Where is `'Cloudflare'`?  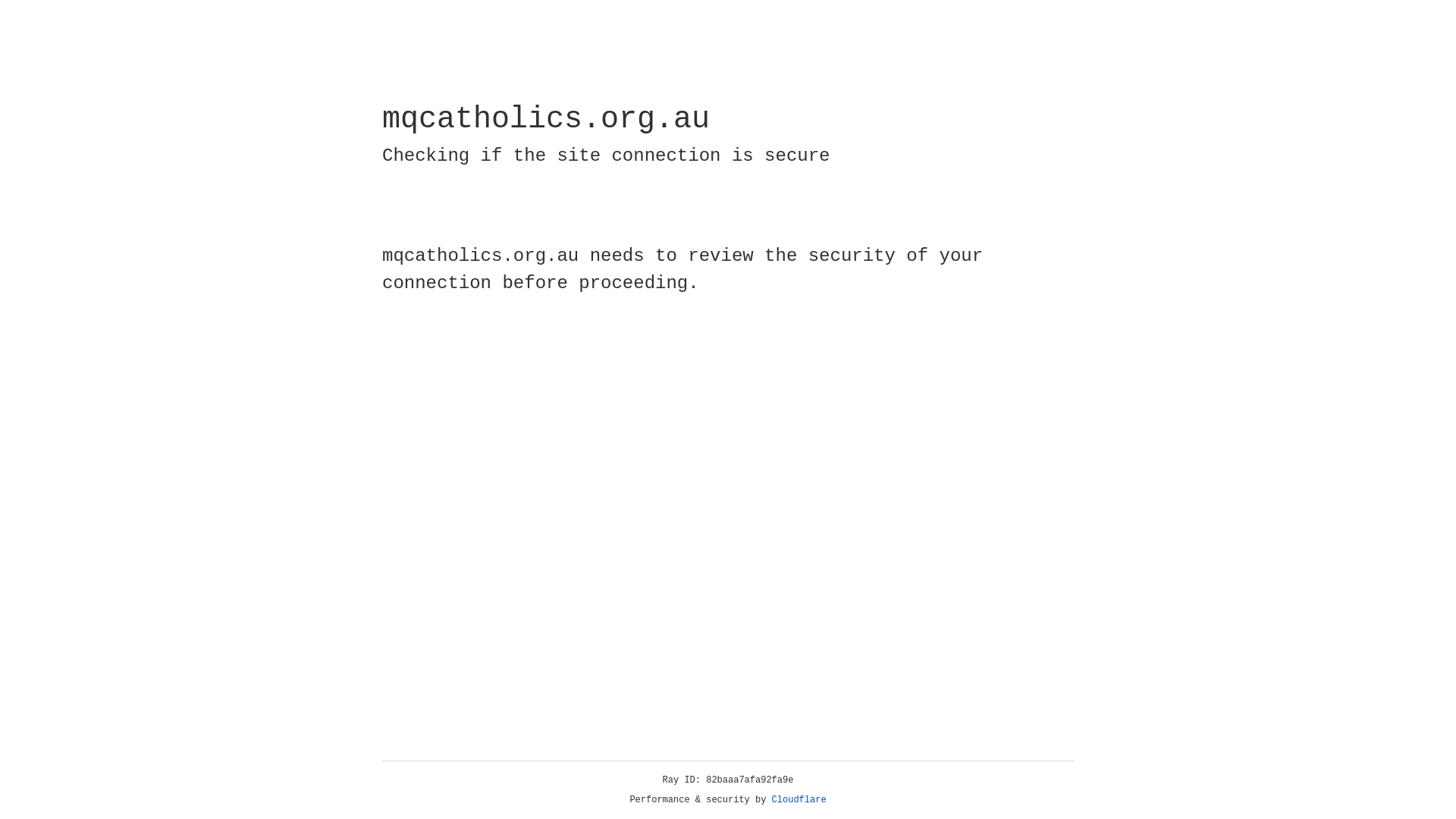 'Cloudflare' is located at coordinates (799, 799).